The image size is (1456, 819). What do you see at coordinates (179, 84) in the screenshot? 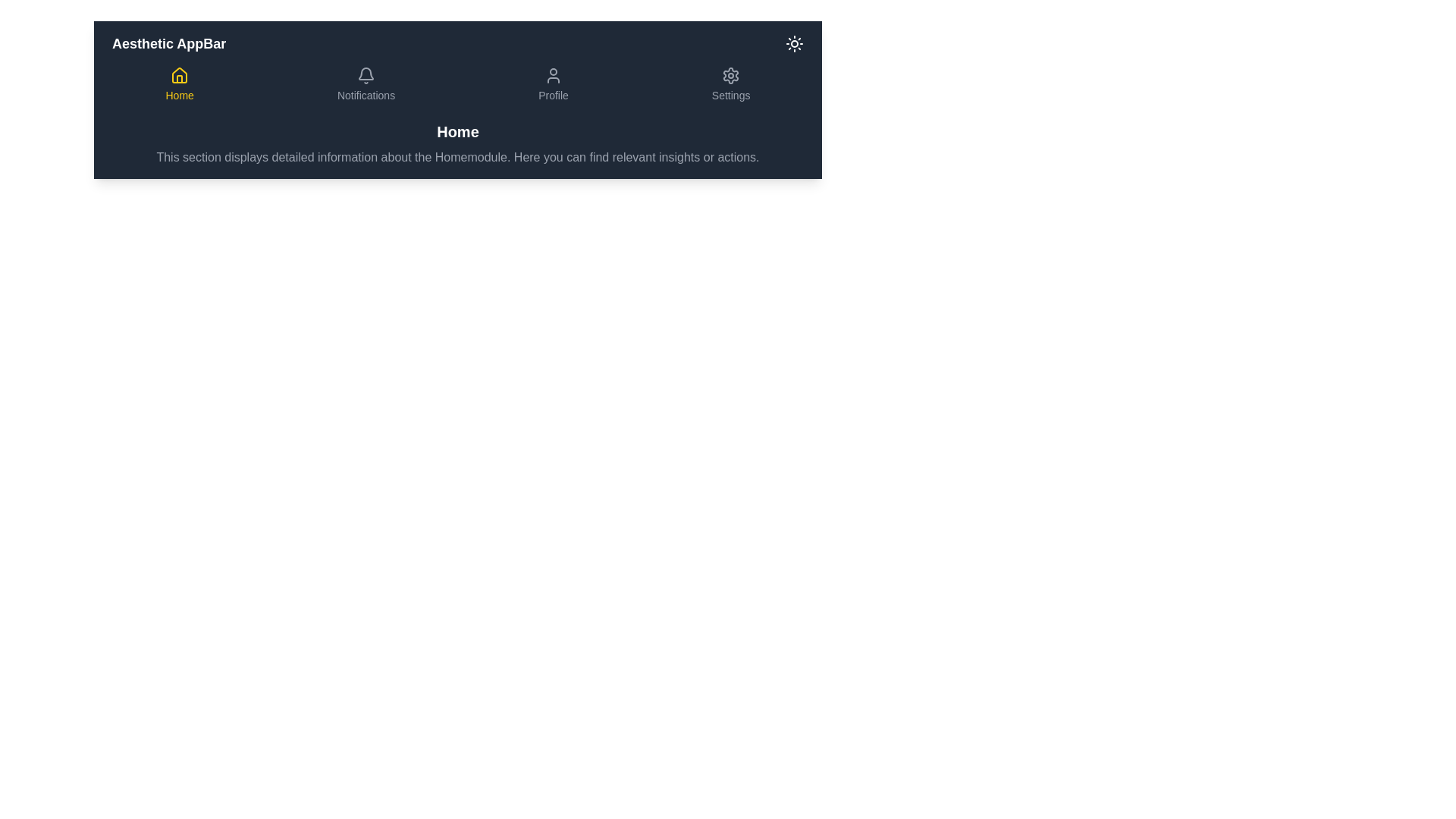
I see `the tab labeled Home to view its detailed information` at bounding box center [179, 84].